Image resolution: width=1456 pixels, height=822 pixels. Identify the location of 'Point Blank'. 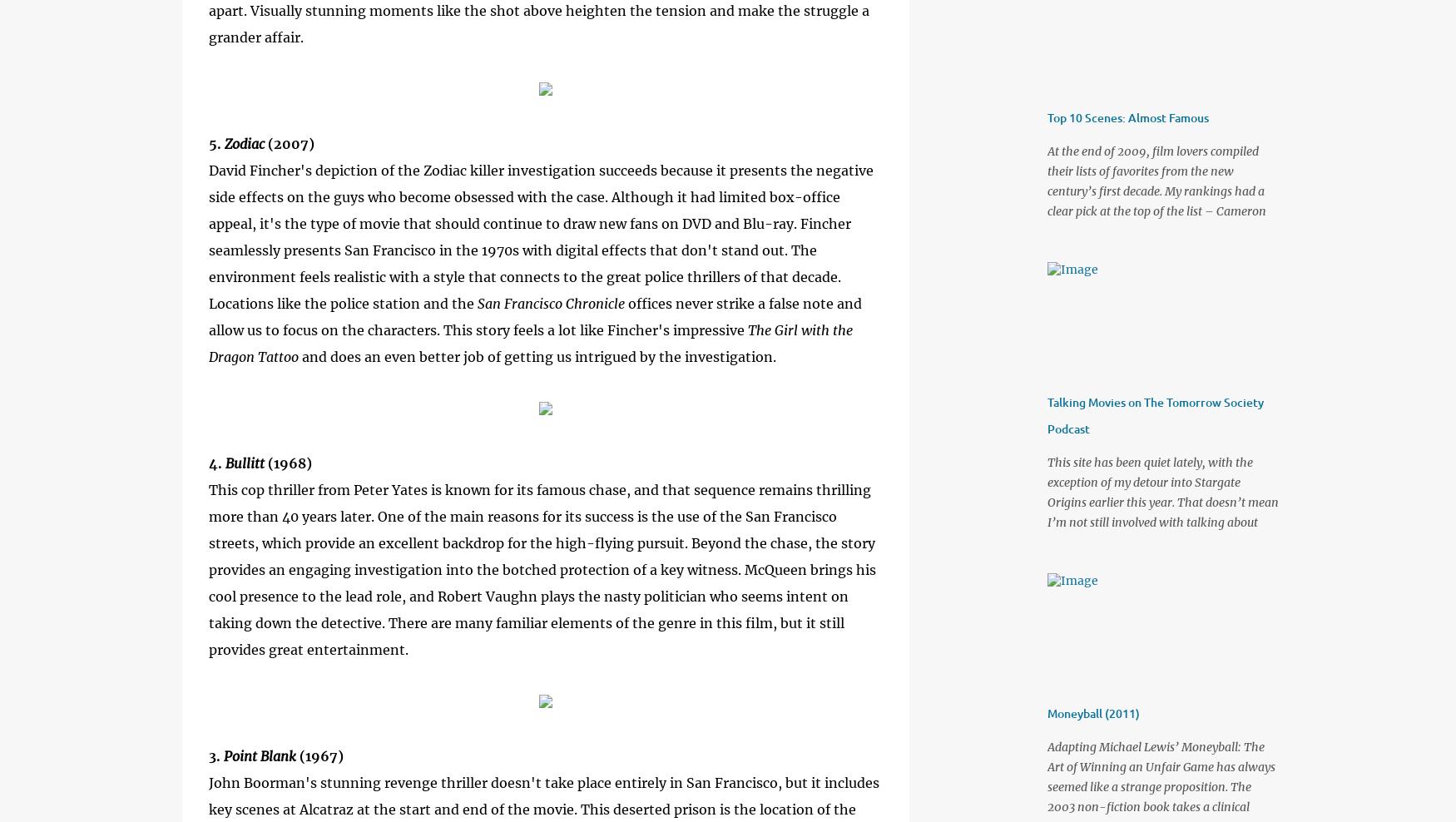
(222, 755).